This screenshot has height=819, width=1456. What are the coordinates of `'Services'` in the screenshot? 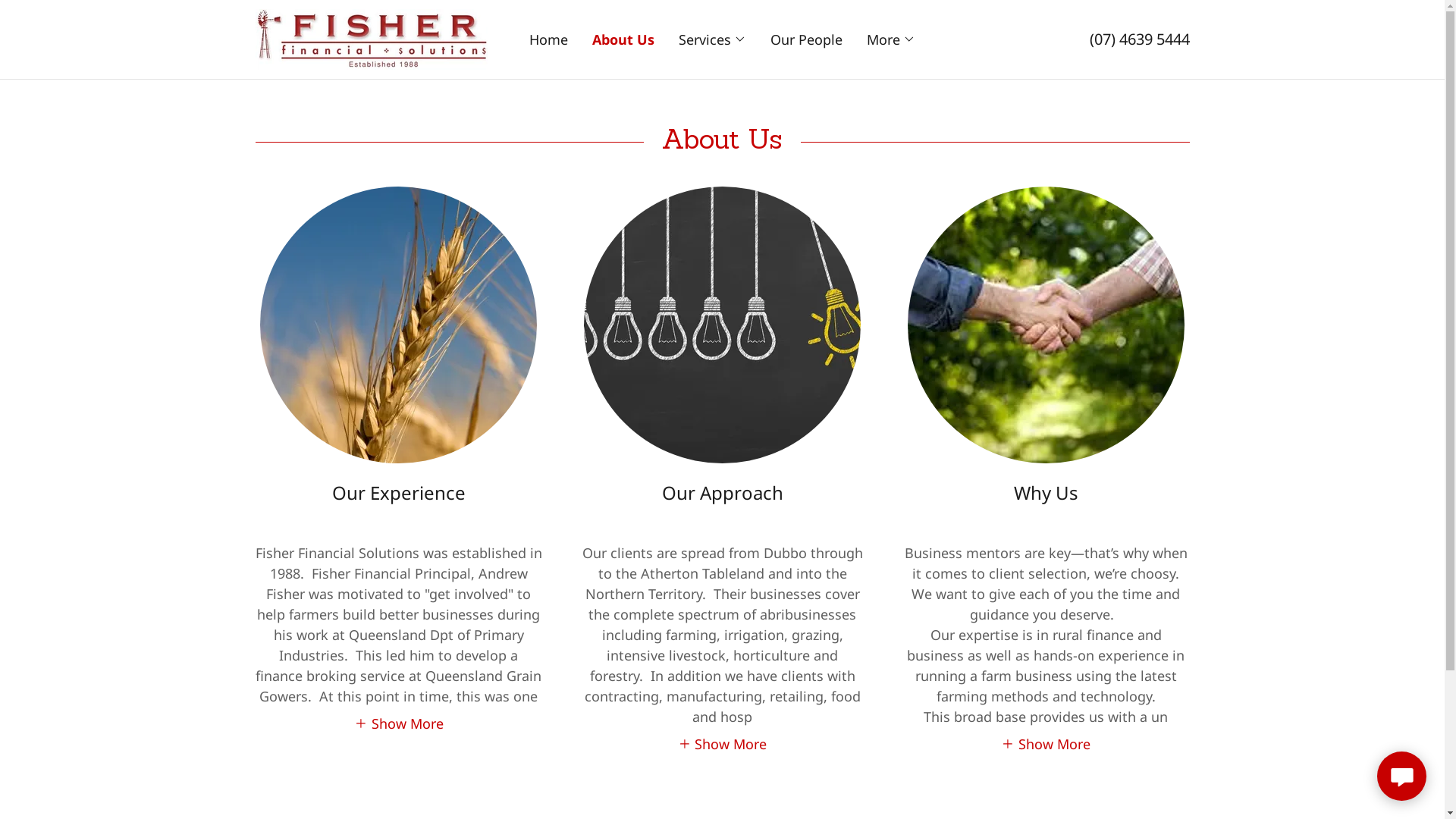 It's located at (711, 38).